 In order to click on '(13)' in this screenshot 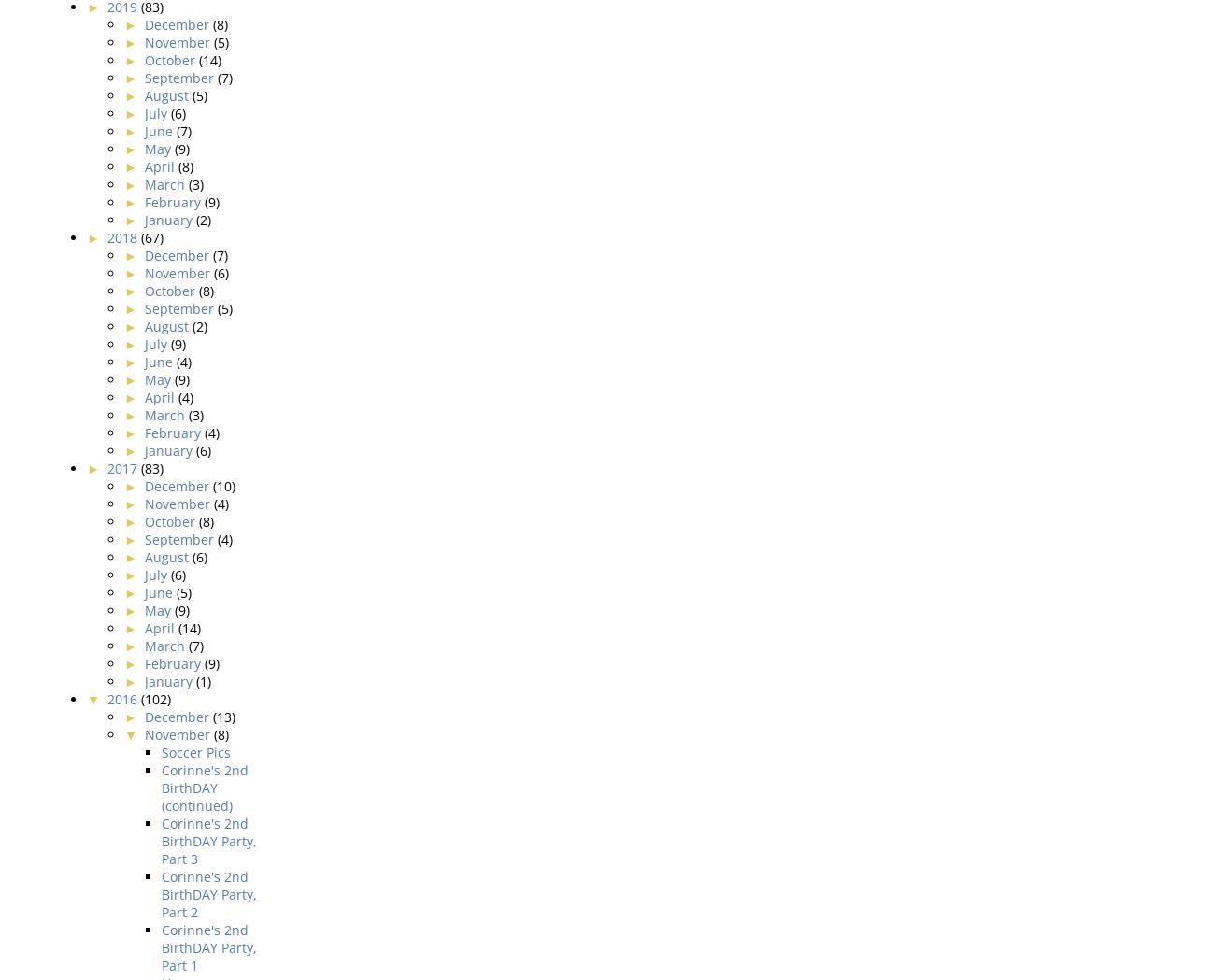, I will do `click(222, 715)`.